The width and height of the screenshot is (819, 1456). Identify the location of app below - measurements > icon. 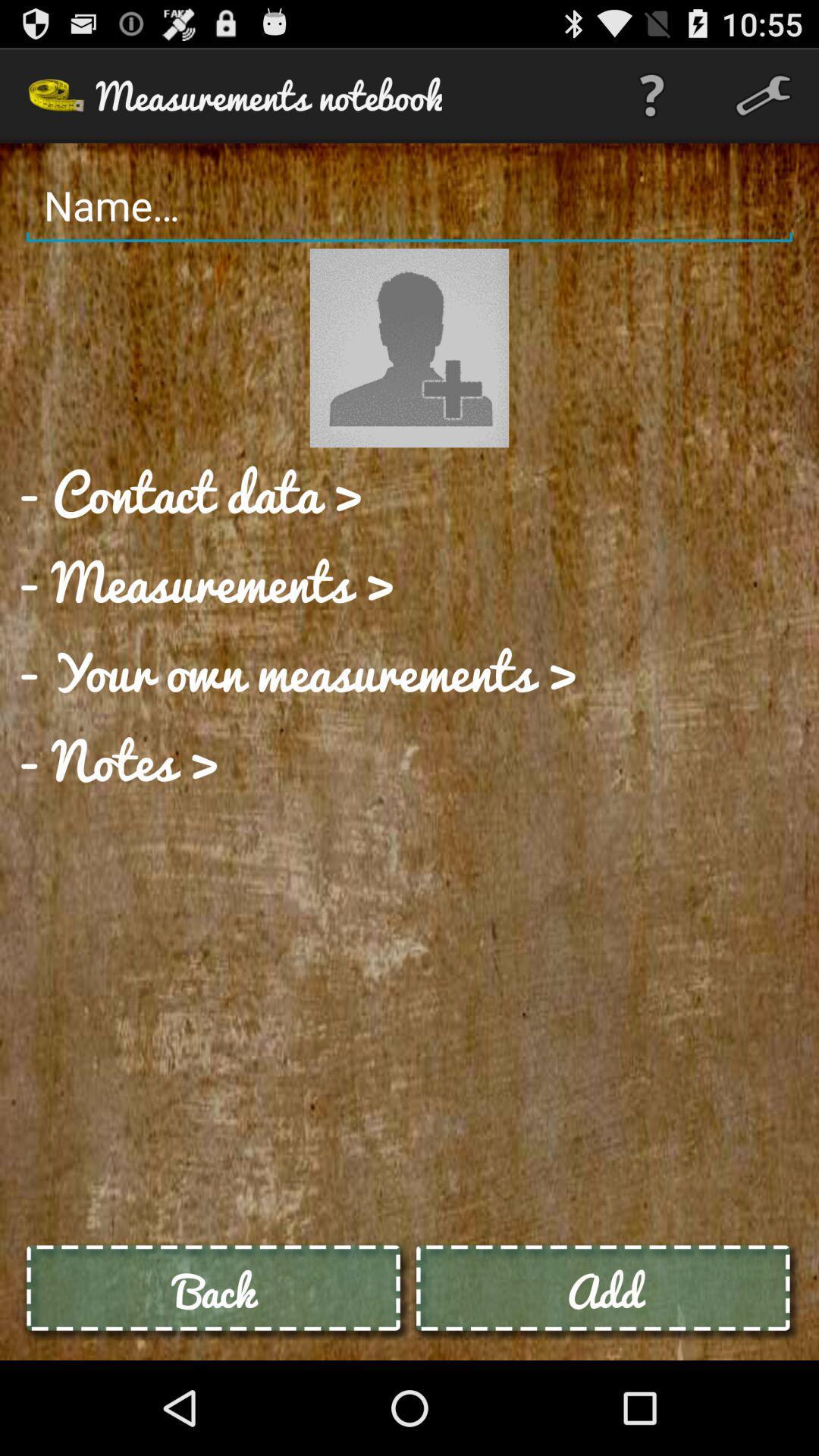
(298, 670).